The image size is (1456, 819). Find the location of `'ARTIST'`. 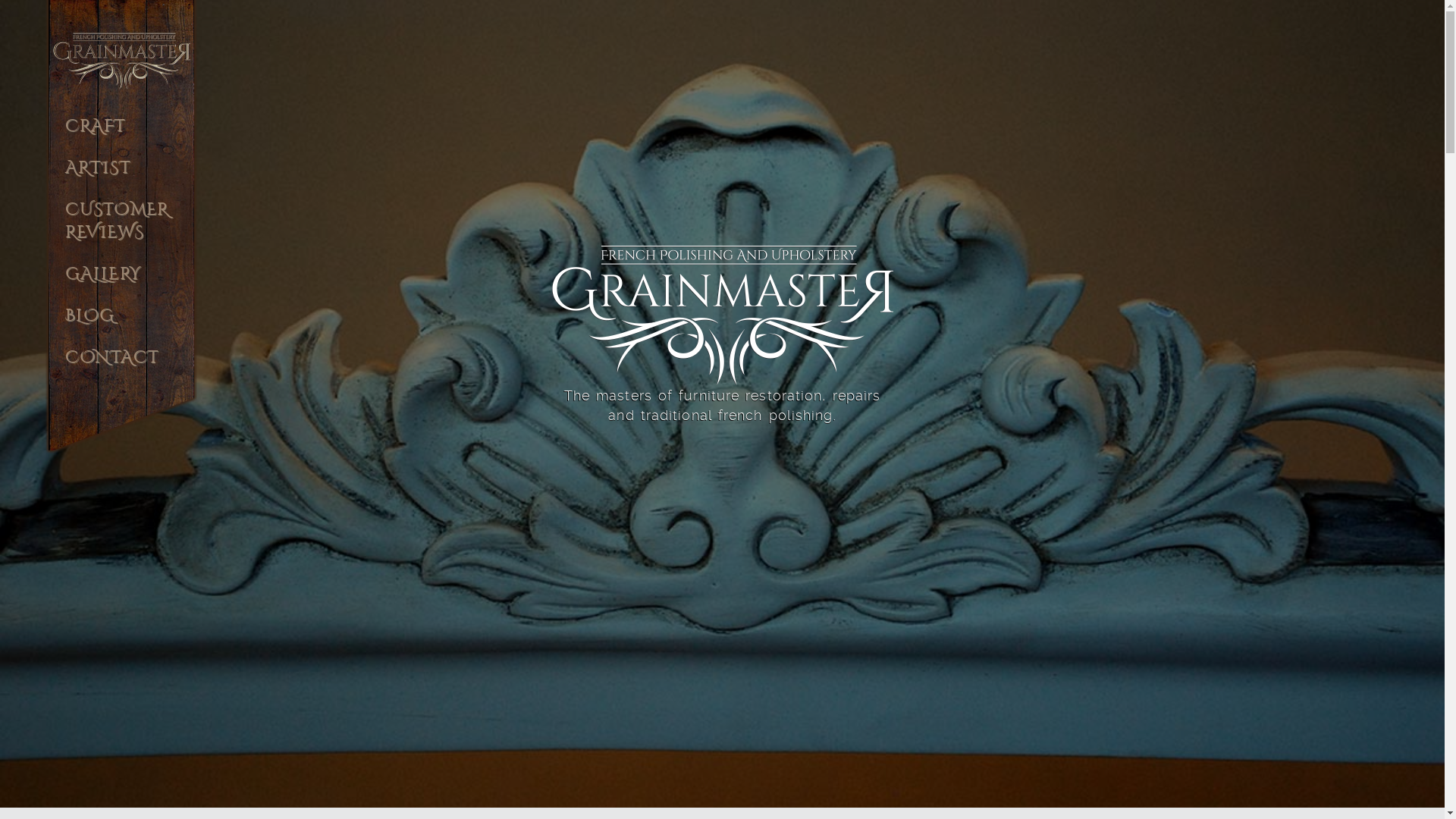

'ARTIST' is located at coordinates (120, 176).